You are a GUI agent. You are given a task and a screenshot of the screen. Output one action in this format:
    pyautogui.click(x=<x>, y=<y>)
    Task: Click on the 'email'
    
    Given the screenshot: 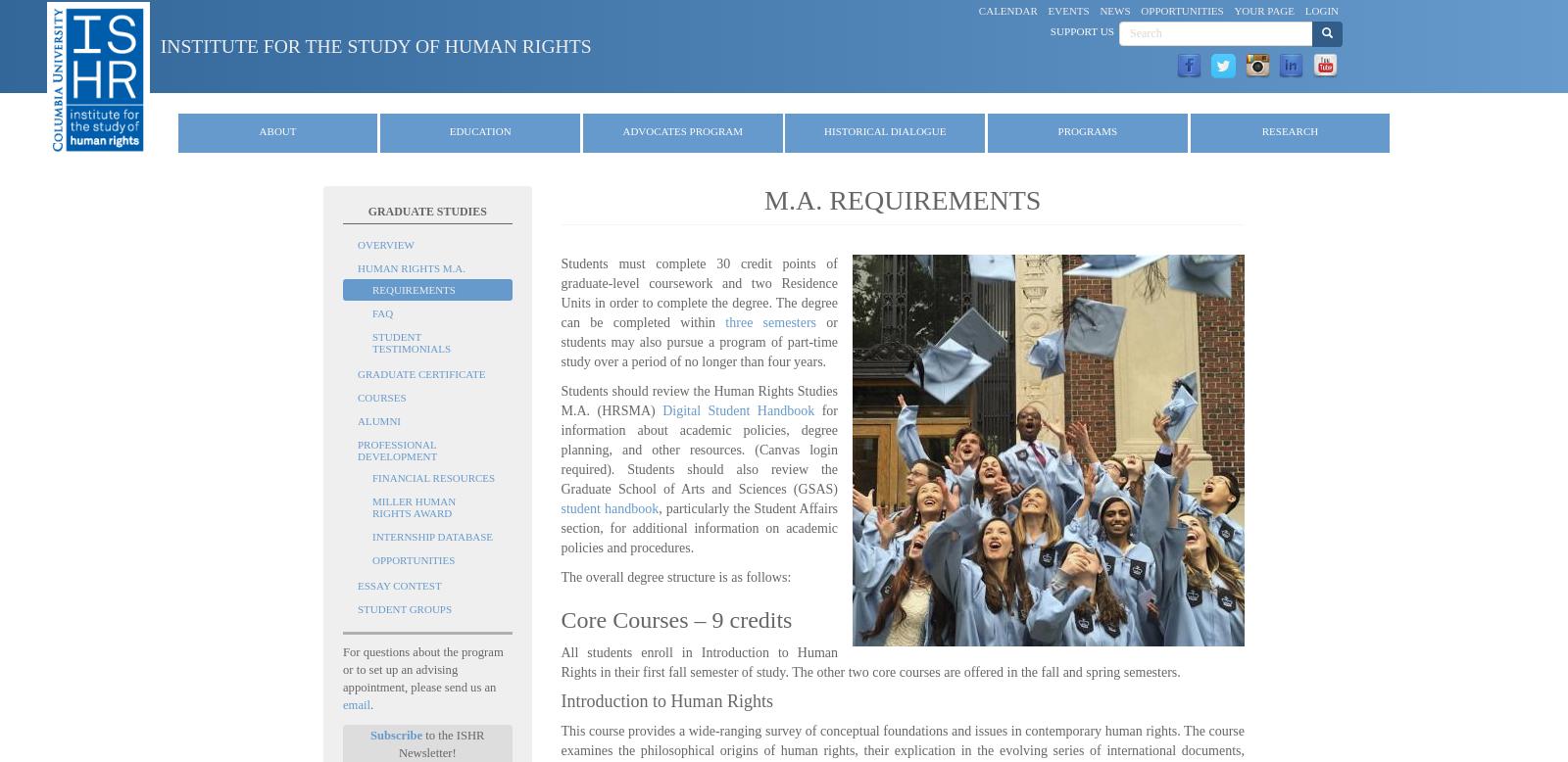 What is the action you would take?
    pyautogui.click(x=356, y=703)
    